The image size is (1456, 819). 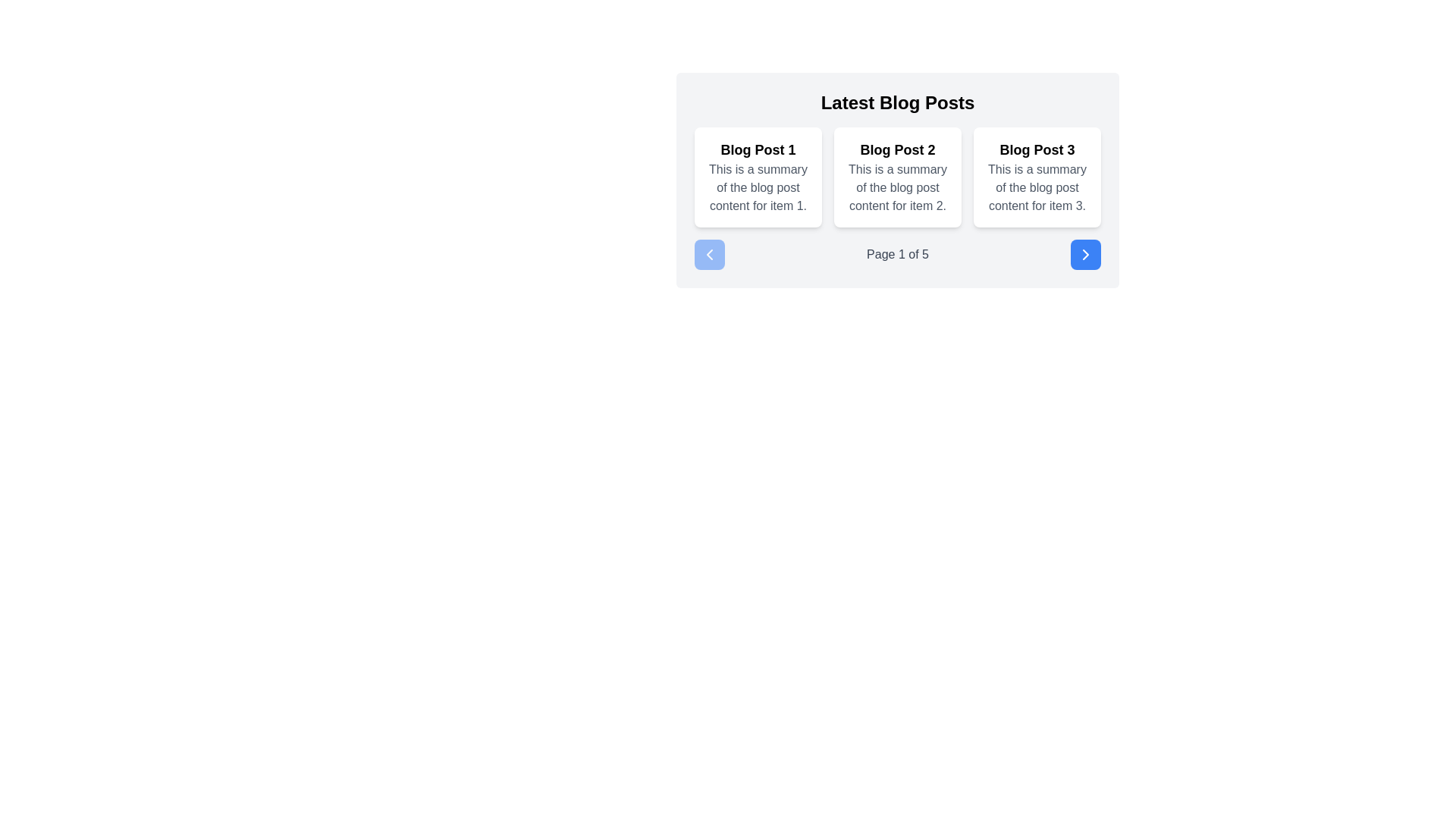 What do you see at coordinates (1084, 253) in the screenshot?
I see `the right arrow icon within the blue circular button` at bounding box center [1084, 253].